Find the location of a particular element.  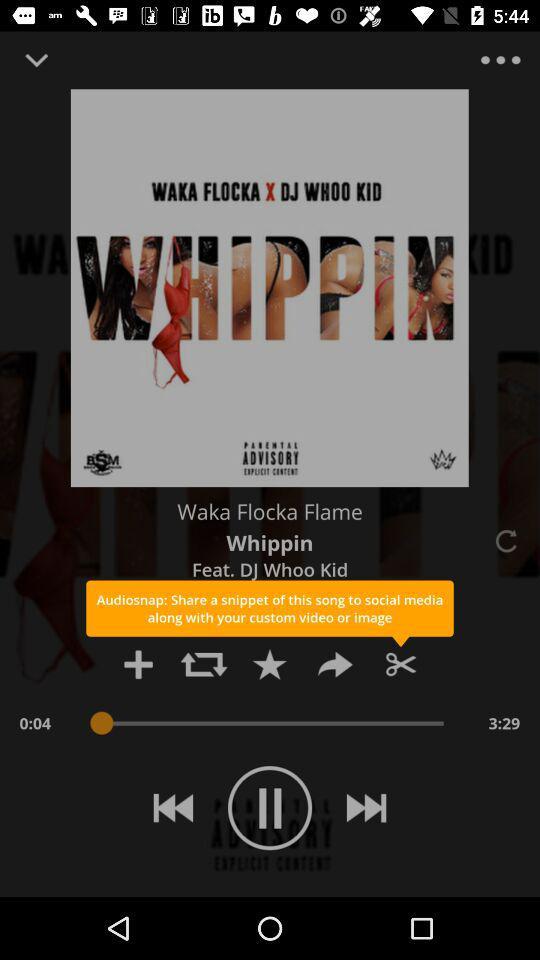

the redo icon is located at coordinates (335, 664).